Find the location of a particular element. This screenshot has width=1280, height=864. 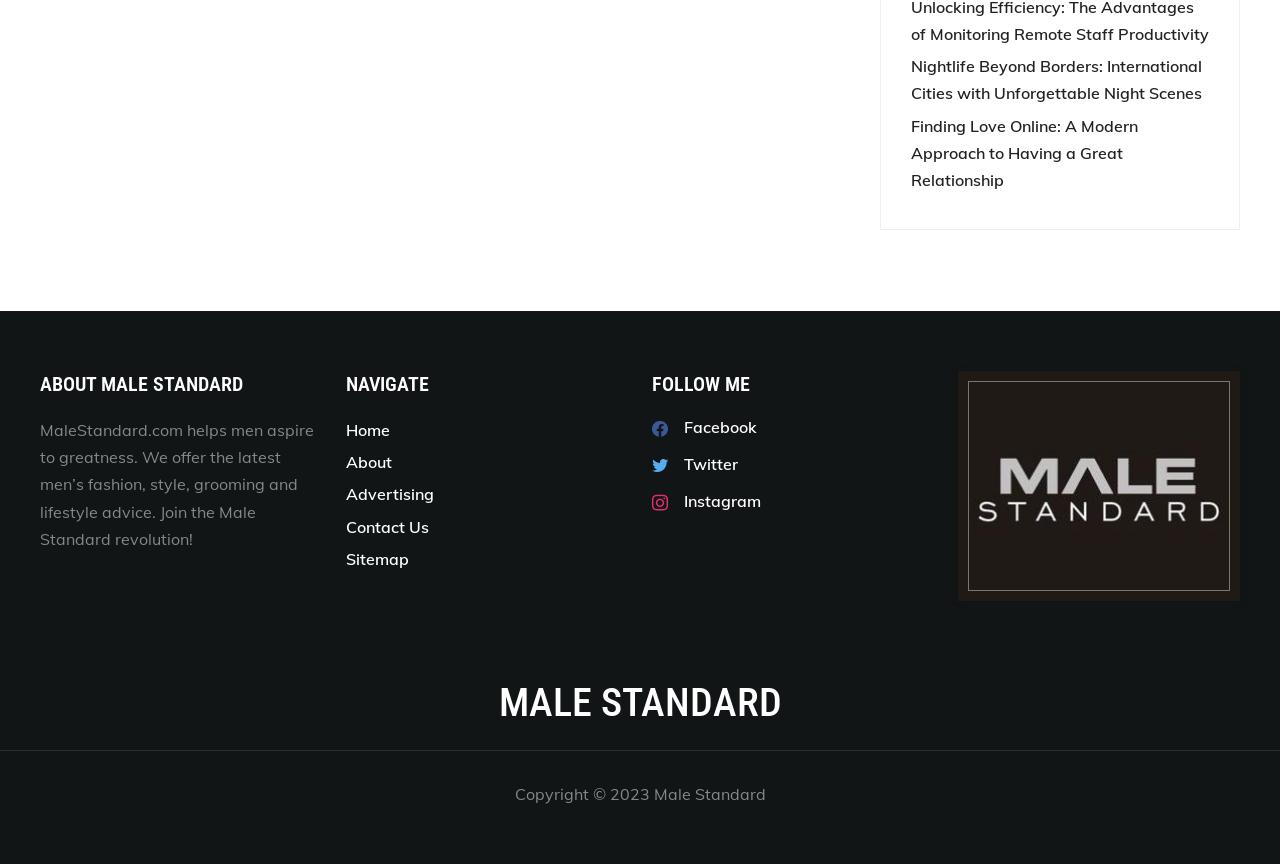

'Navigate' is located at coordinates (387, 382).